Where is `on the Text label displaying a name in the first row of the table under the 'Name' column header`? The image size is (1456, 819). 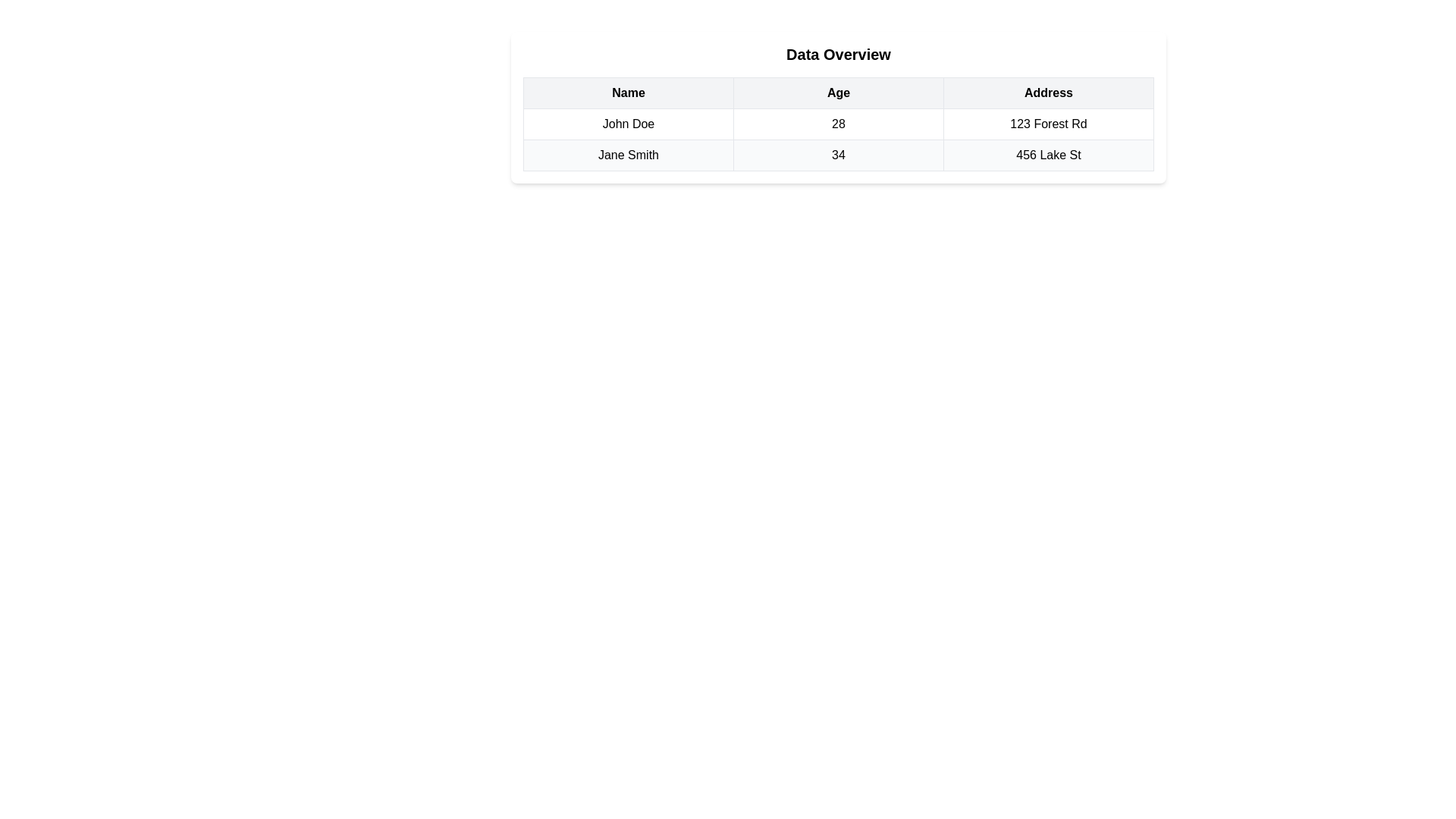 on the Text label displaying a name in the first row of the table under the 'Name' column header is located at coordinates (629, 124).